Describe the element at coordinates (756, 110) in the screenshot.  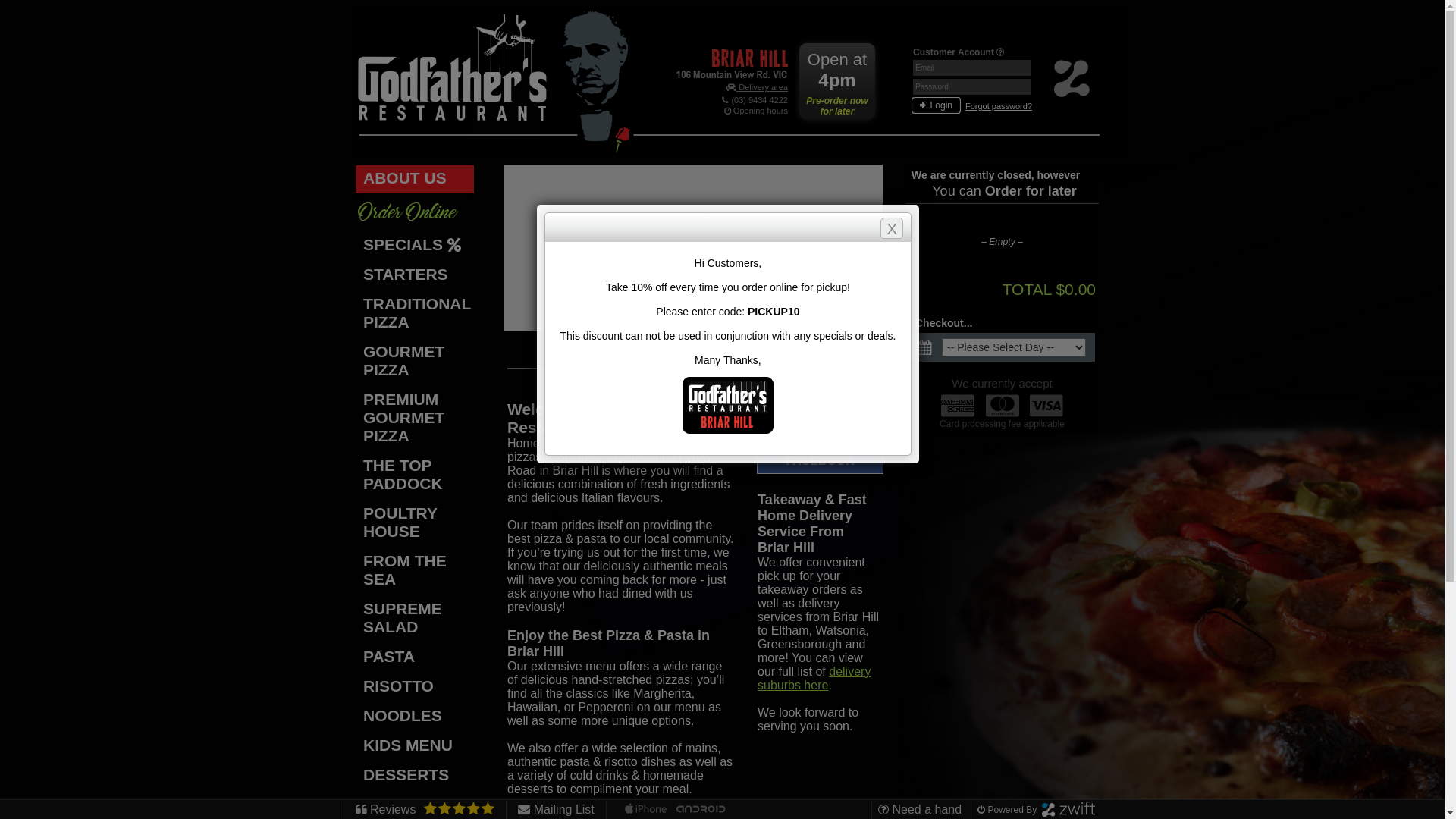
I see `'Opening hours'` at that location.